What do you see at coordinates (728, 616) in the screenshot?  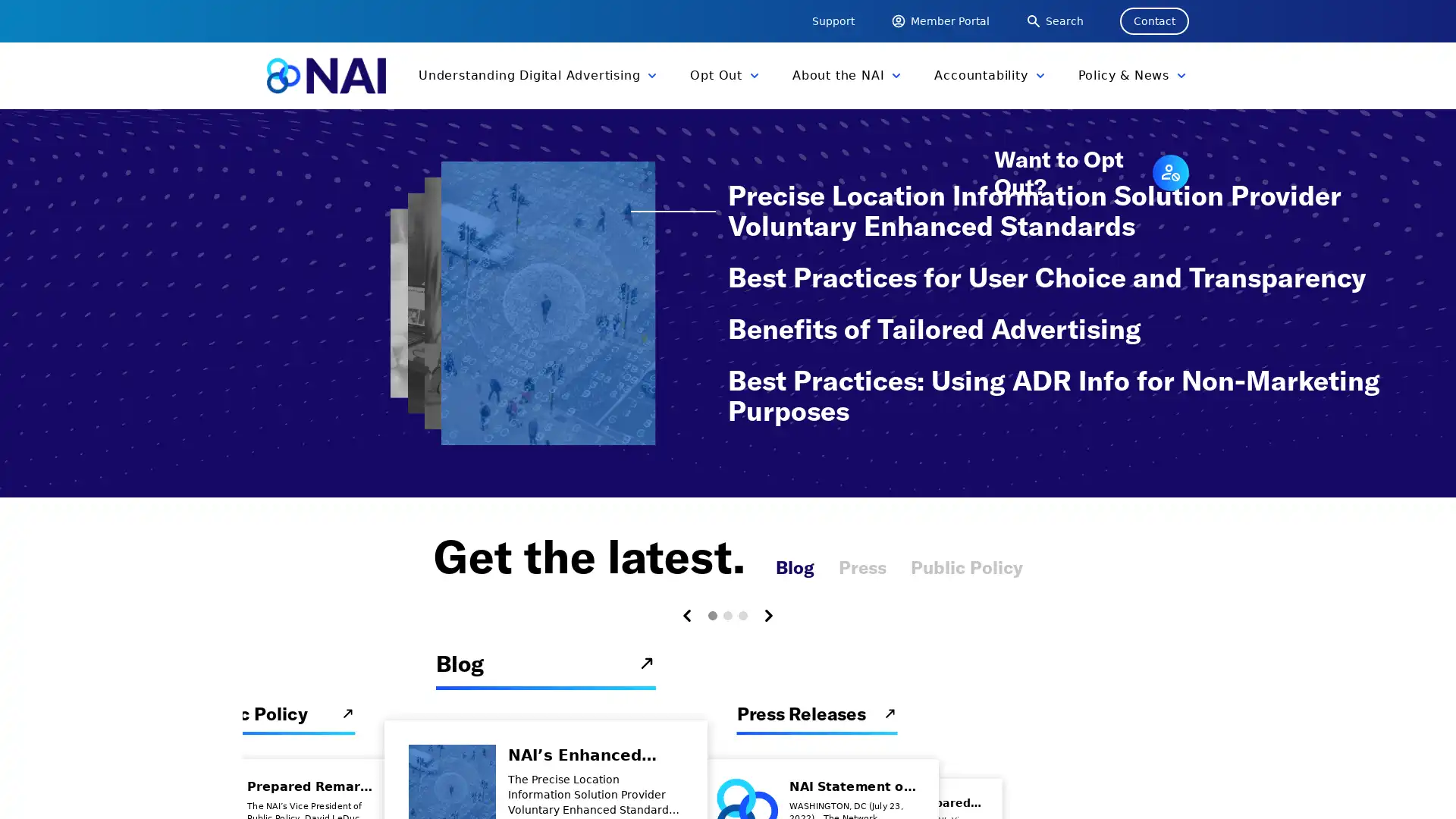 I see `Carousel Page 2` at bounding box center [728, 616].